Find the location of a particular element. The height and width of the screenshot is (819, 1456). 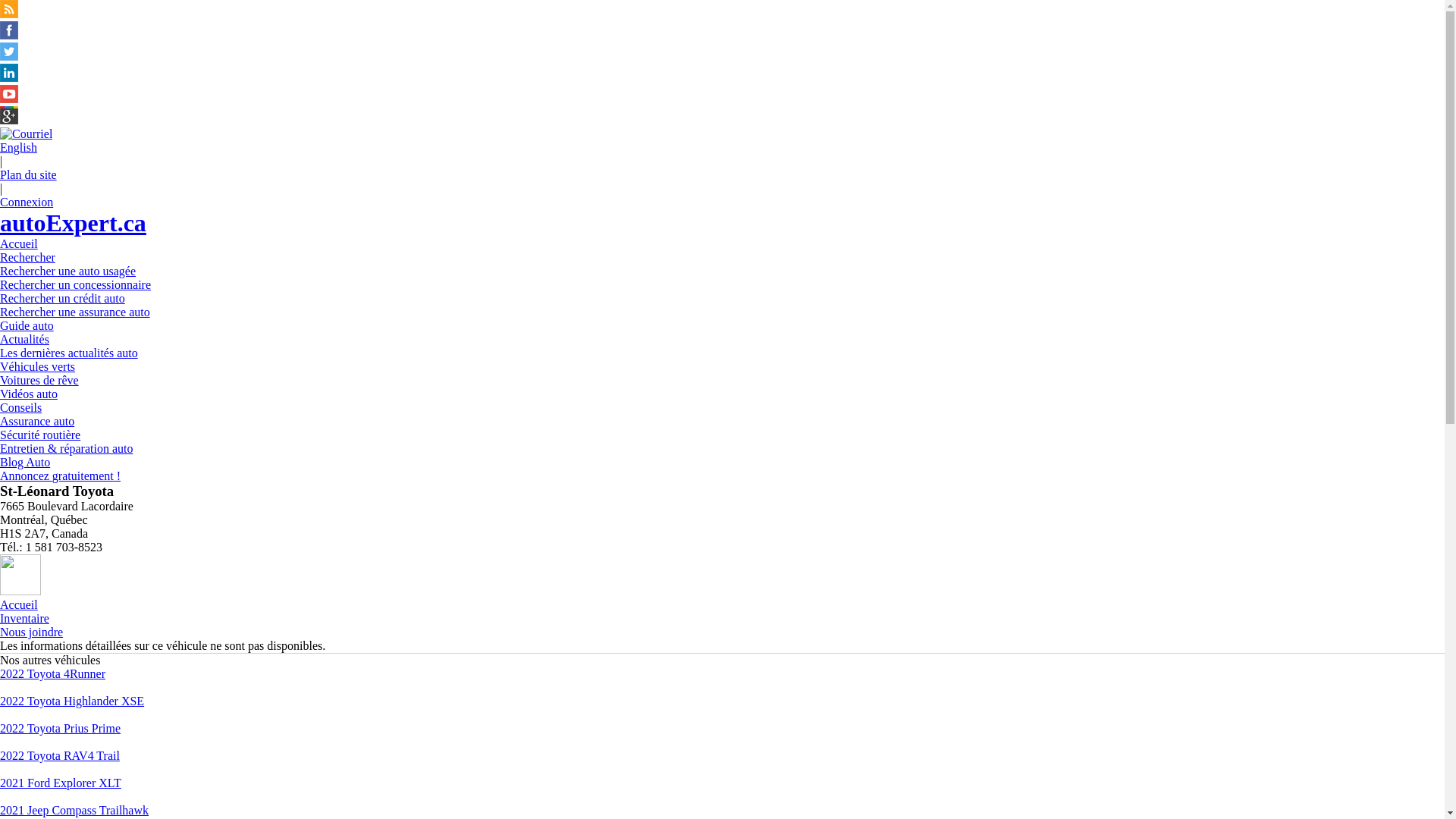

'Rechercher un concessionnaire' is located at coordinates (74, 284).